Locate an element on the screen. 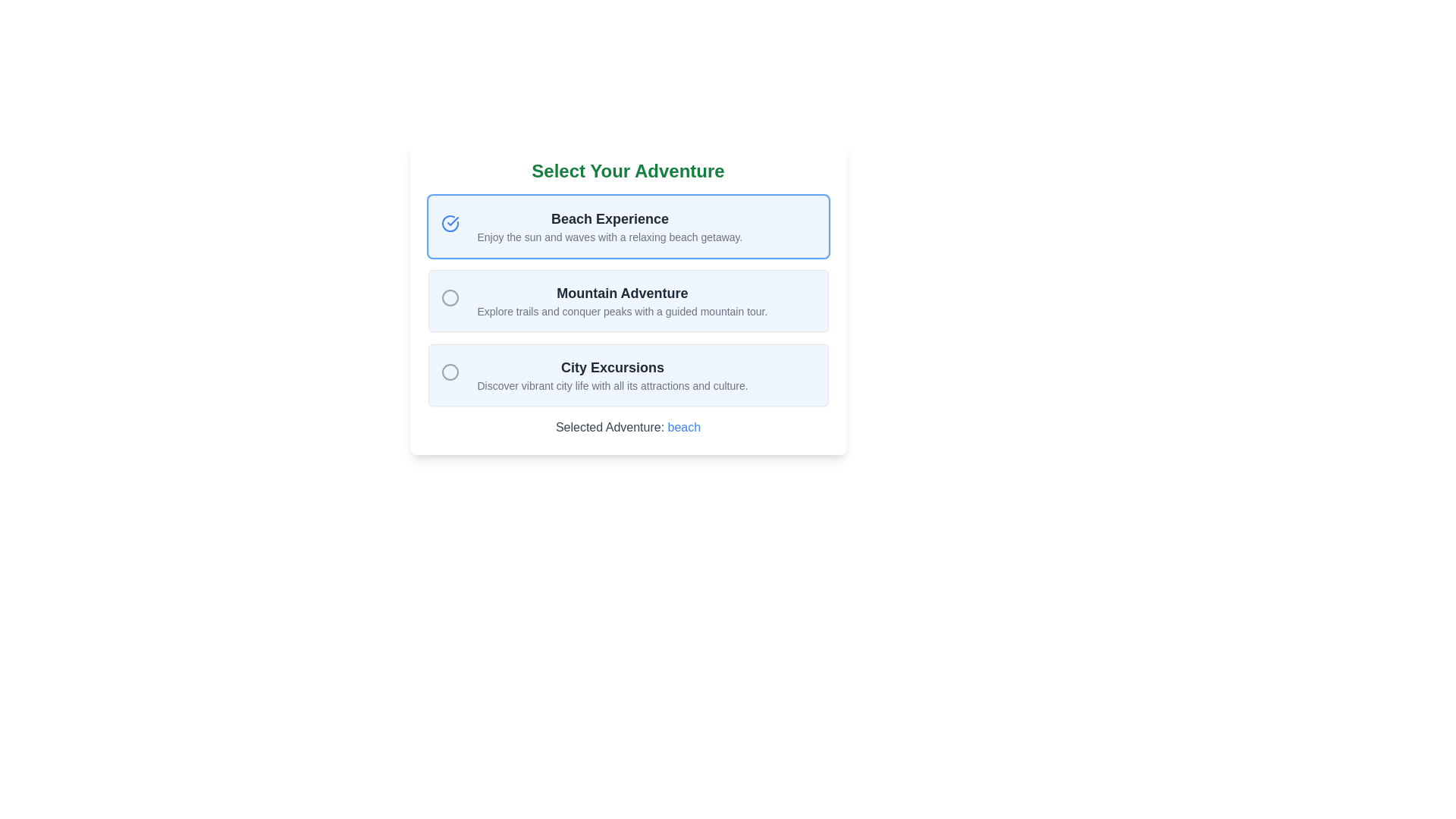 The image size is (1456, 819). the SVG circle that indicates the unselected state for the 'Mountain Adventure' selection option is located at coordinates (449, 298).